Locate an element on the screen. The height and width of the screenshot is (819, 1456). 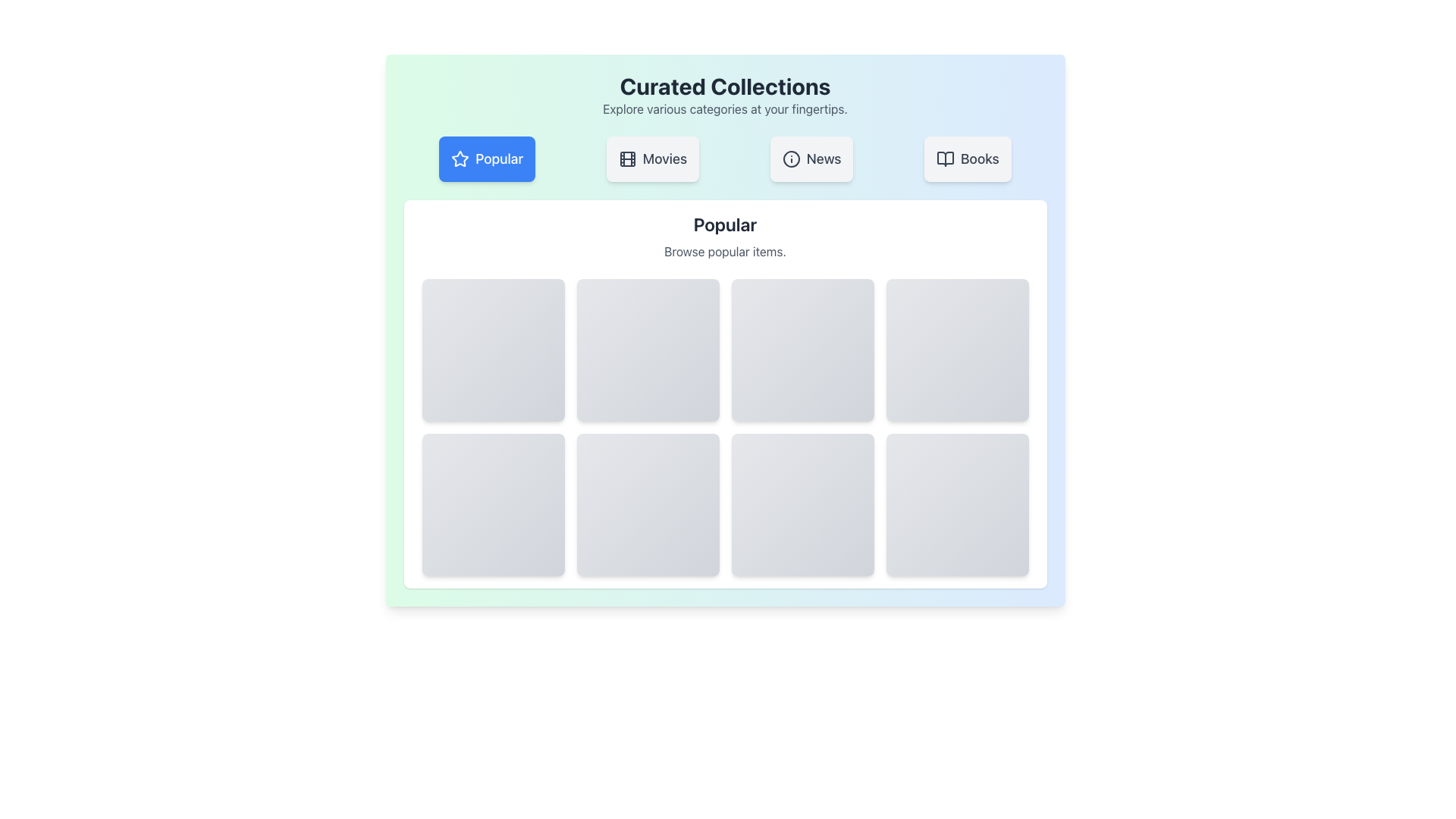
the navigation button labeled 'News' which contains a text label and an information icon is located at coordinates (823, 158).